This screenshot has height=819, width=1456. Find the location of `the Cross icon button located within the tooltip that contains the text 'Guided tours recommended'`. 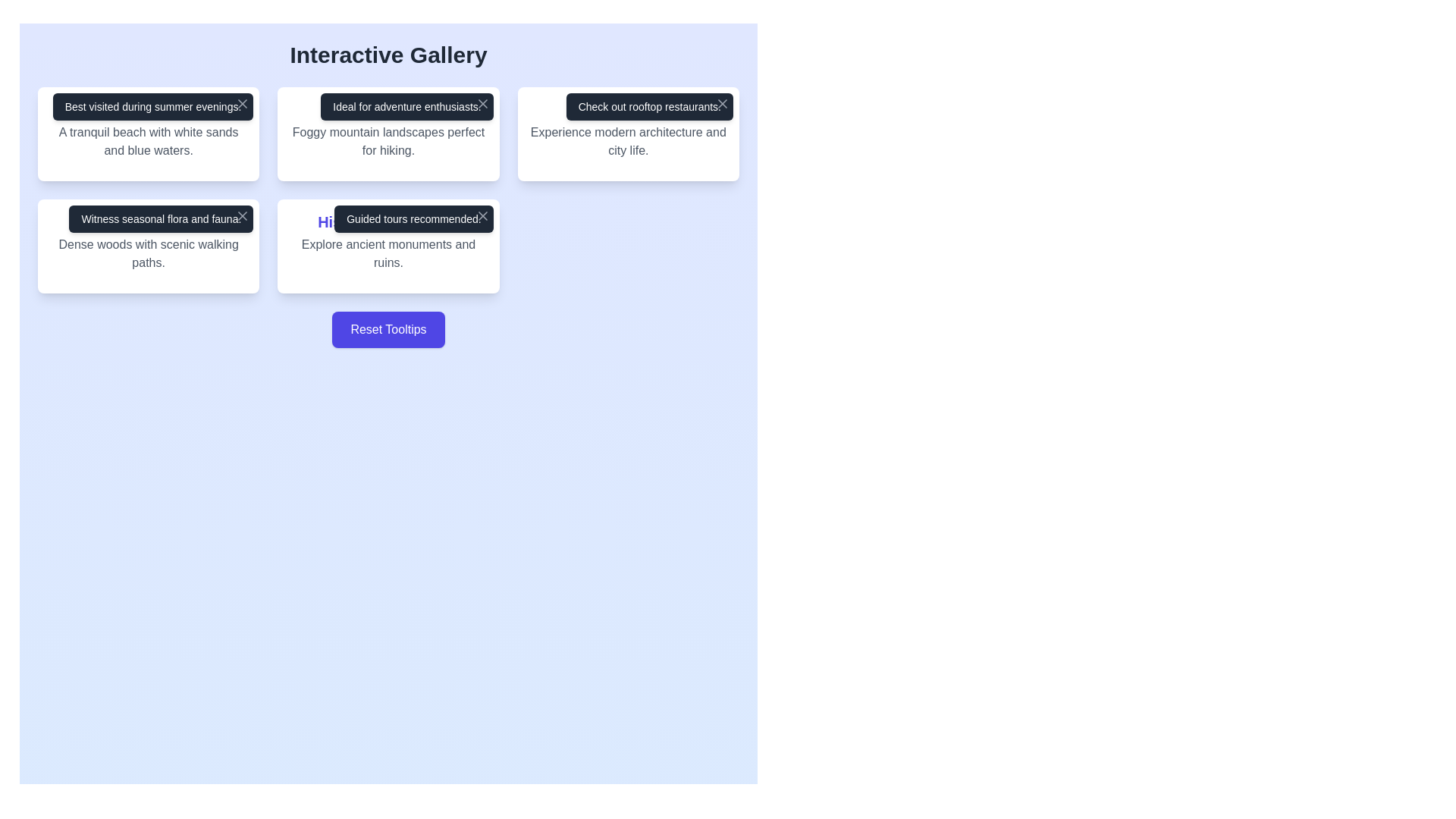

the Cross icon button located within the tooltip that contains the text 'Guided tours recommended' is located at coordinates (482, 216).